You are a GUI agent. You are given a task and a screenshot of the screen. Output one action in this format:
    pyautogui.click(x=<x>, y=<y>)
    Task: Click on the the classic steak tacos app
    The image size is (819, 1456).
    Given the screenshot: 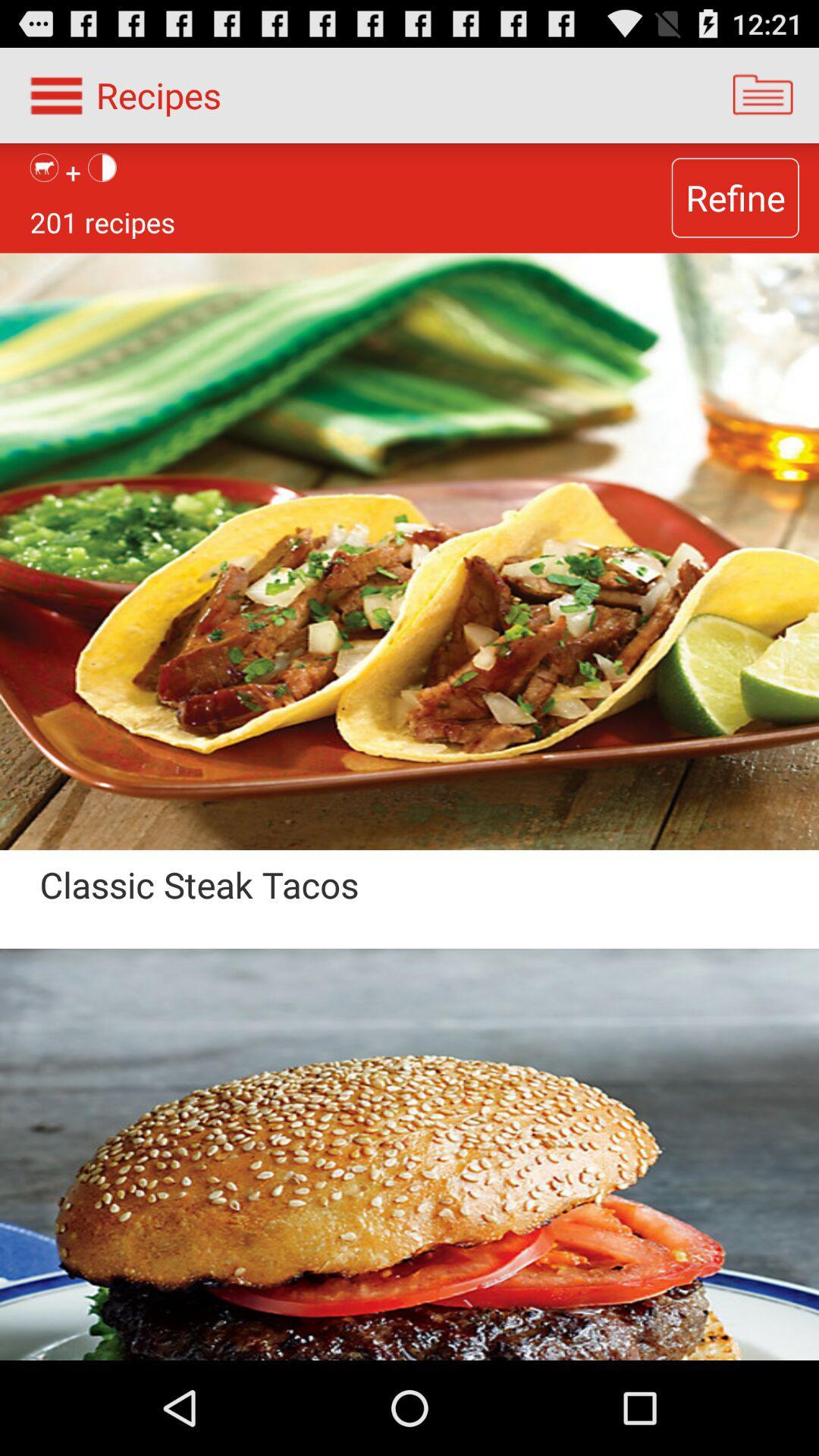 What is the action you would take?
    pyautogui.click(x=332, y=904)
    